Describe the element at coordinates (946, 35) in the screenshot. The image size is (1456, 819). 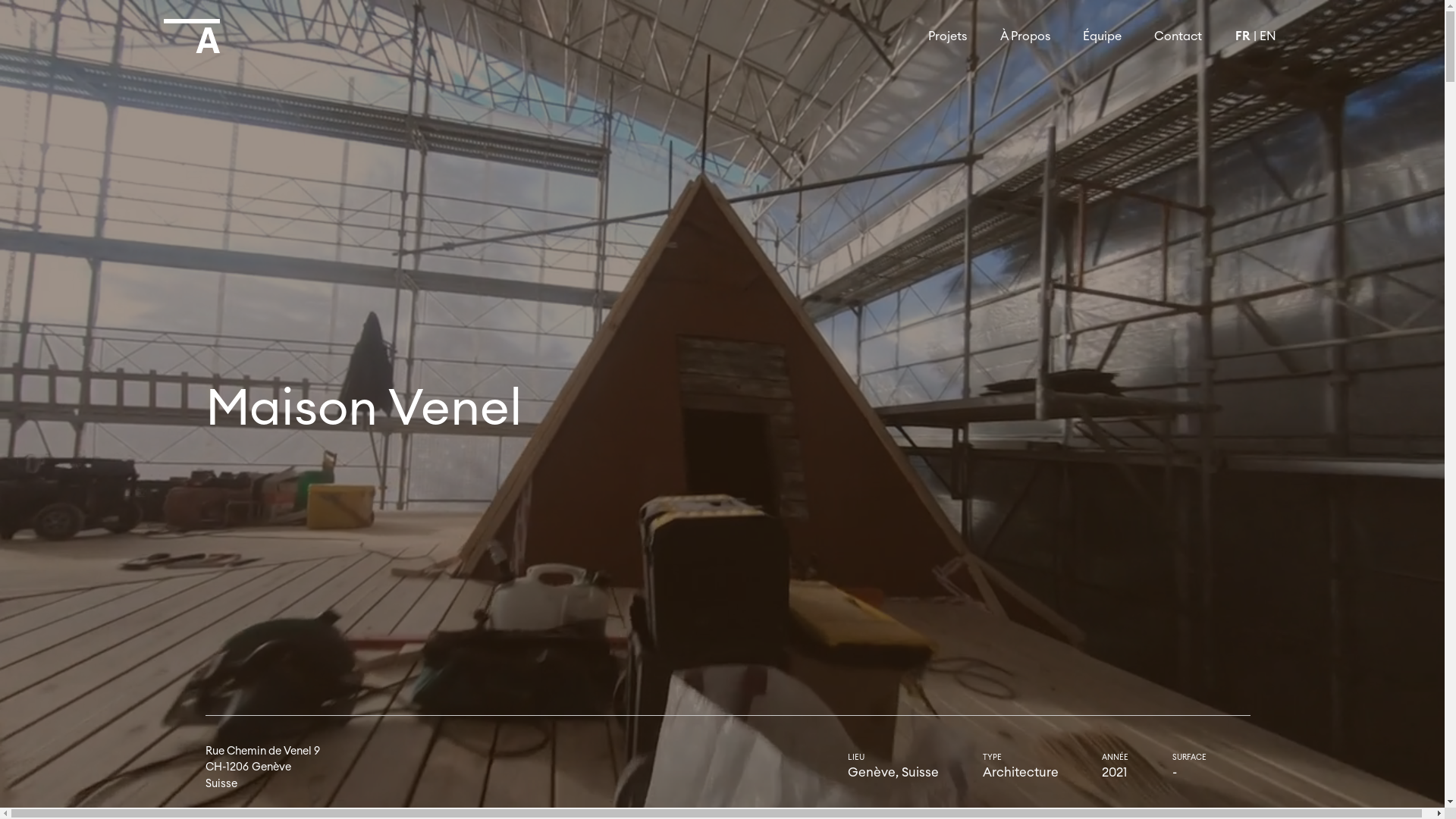
I see `'Projets'` at that location.